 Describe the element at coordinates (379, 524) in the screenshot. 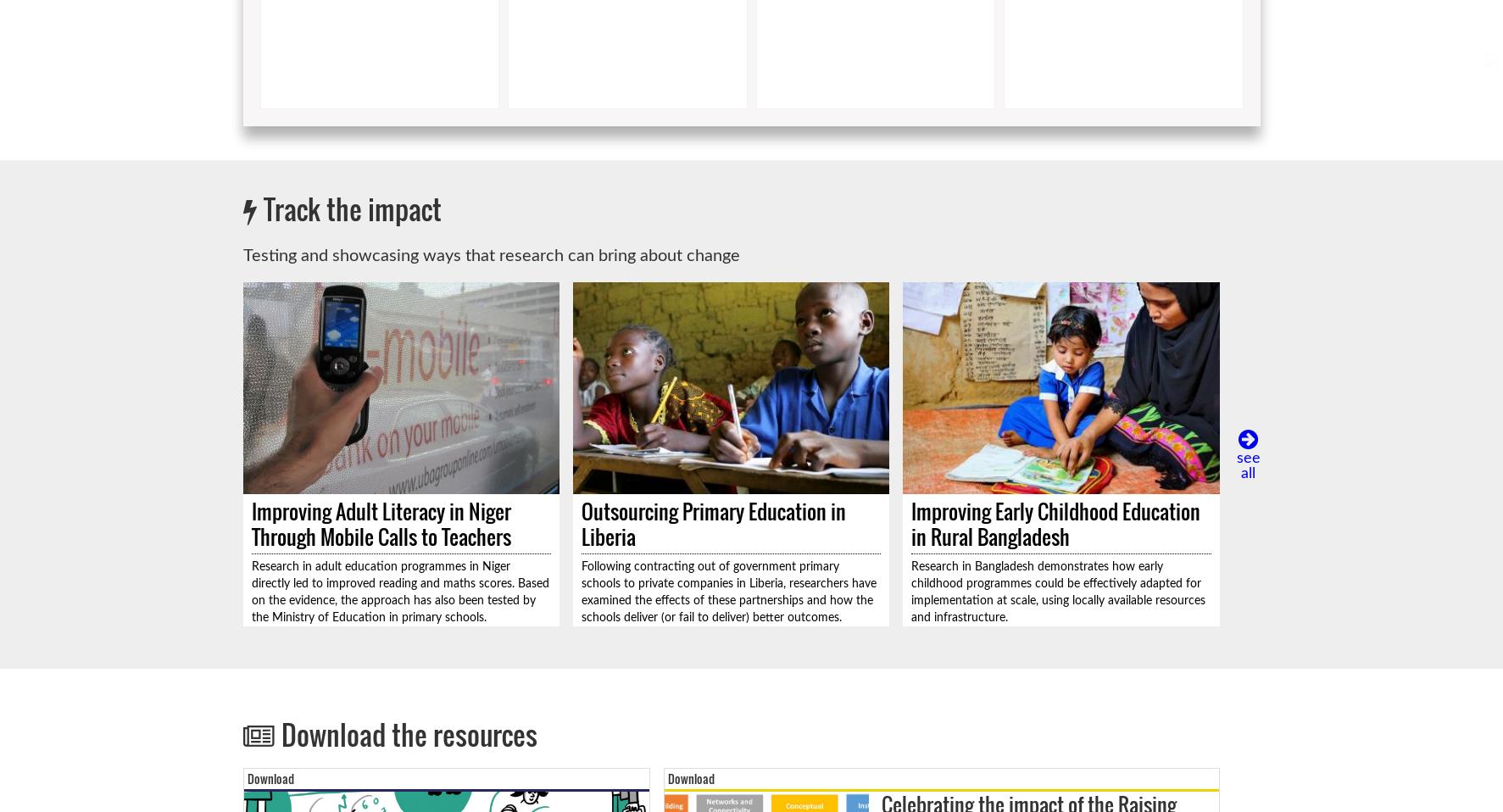

I see `'Improving Adult Literacy in Niger Through Mobile Calls to Teachers'` at that location.